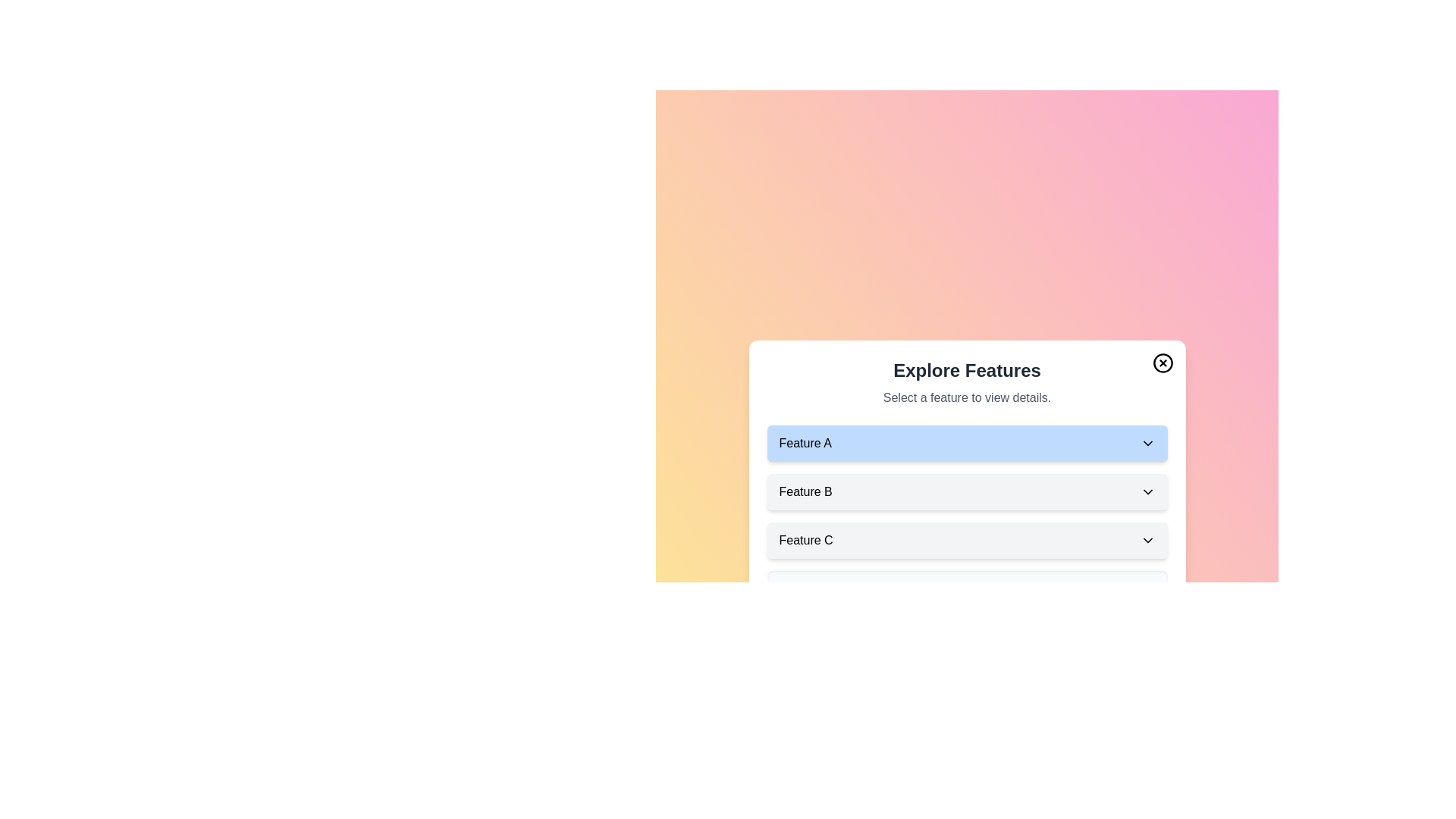 This screenshot has height=819, width=1456. I want to click on the button corresponding to Feature C to display its details, so click(966, 540).